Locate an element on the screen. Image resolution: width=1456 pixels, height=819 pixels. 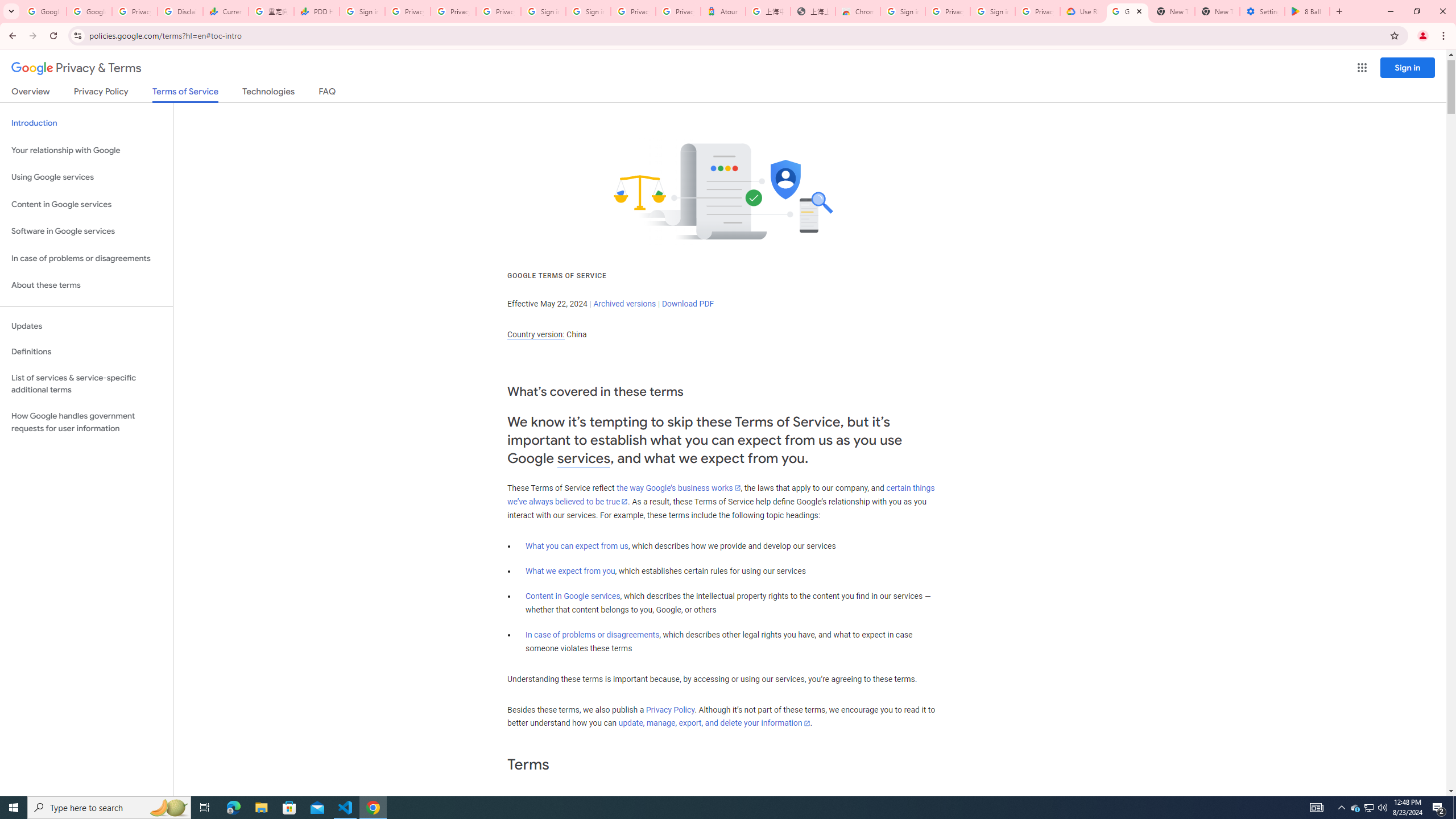
'Sign in - Google Accounts' is located at coordinates (588, 11).